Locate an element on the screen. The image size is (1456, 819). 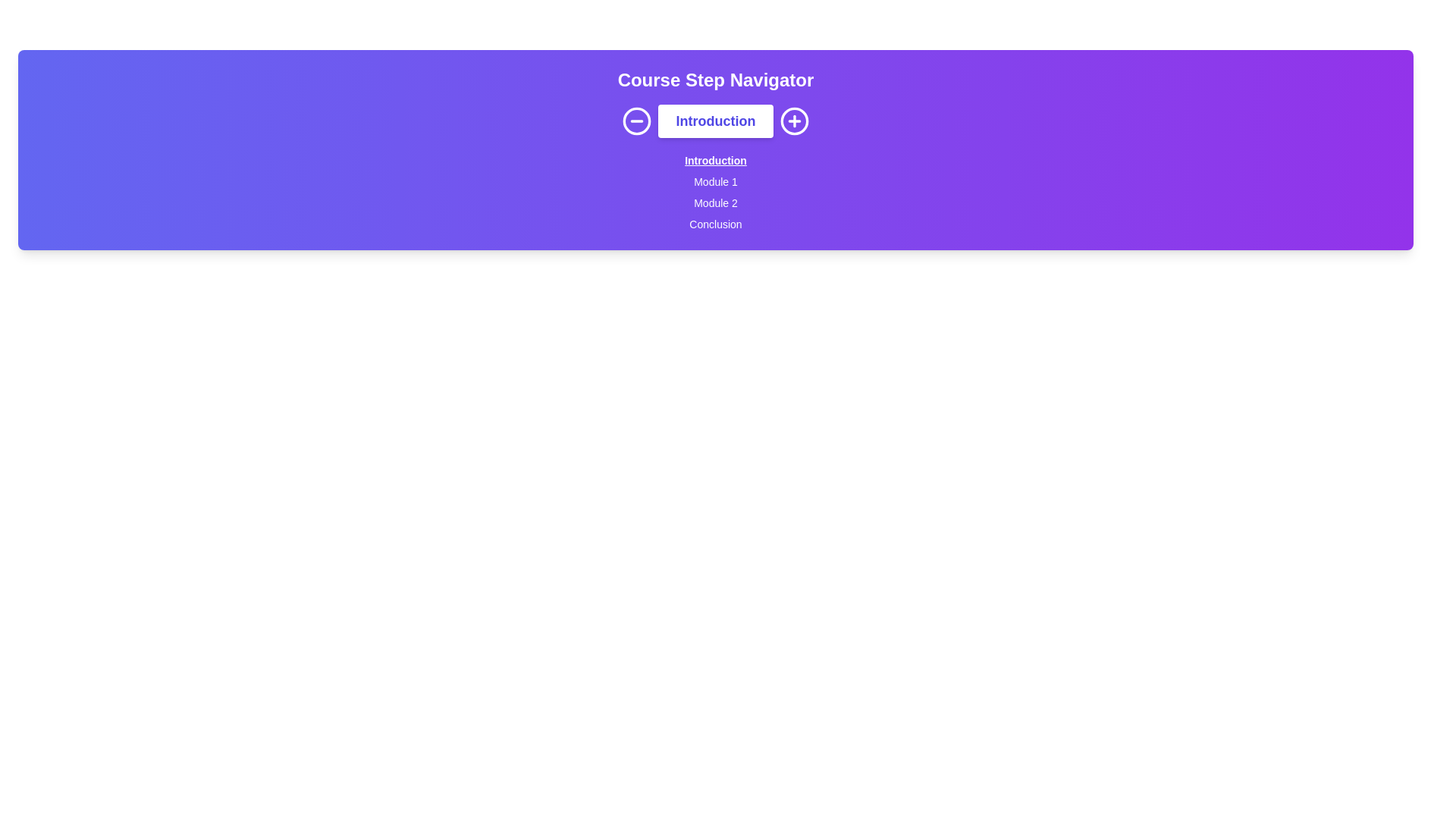
the Text Label that serves as a title for the 'Course Step Navigator', which is located directly above the 'Introduction' interactive component and navigation icons is located at coordinates (715, 80).